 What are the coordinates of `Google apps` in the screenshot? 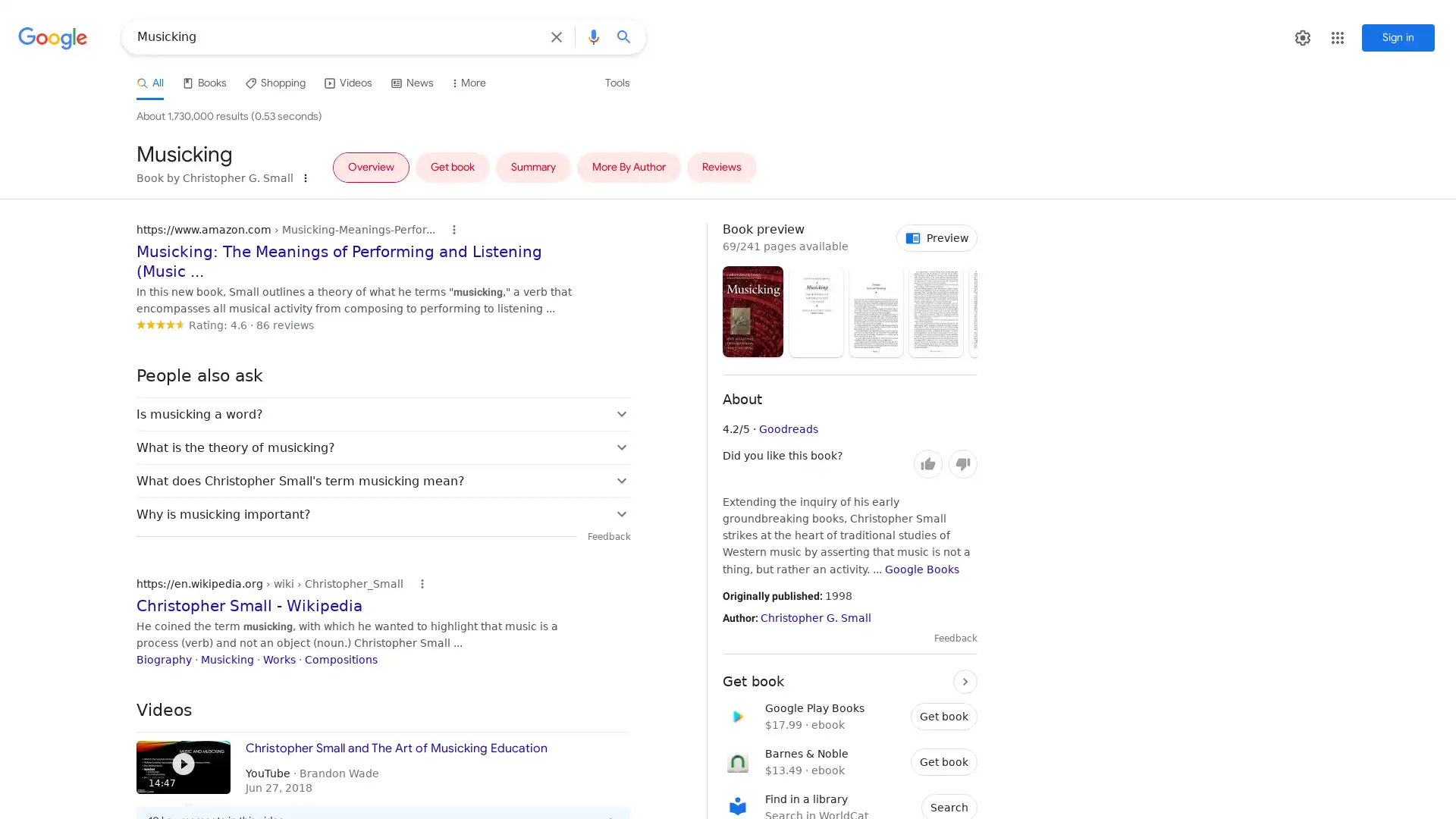 It's located at (1350, 37).